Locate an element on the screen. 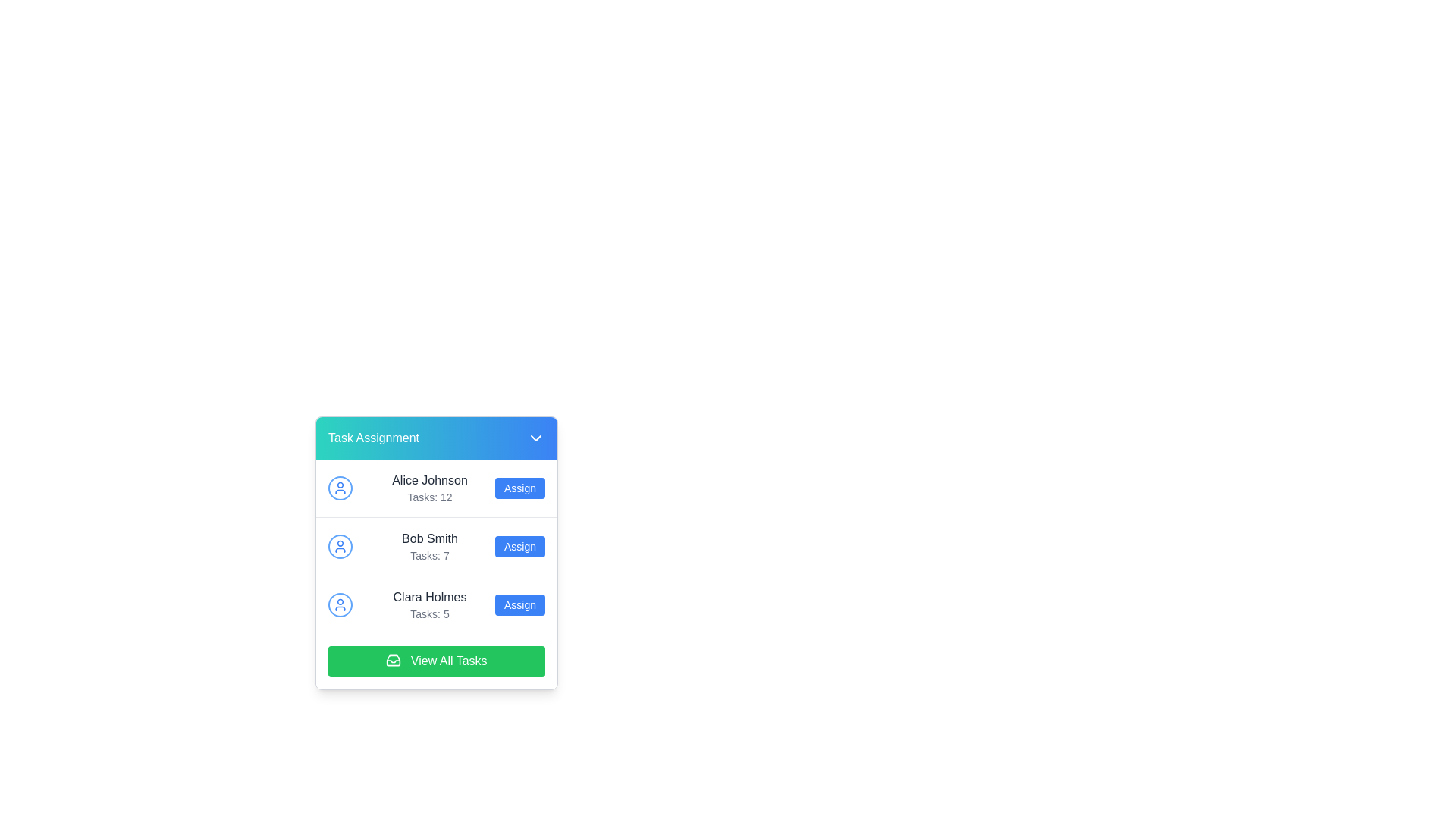  the Text display that shows the name and task count of user 'Bob Smith', located in the middle row of the list section under 'Task Assignment' is located at coordinates (428, 547).